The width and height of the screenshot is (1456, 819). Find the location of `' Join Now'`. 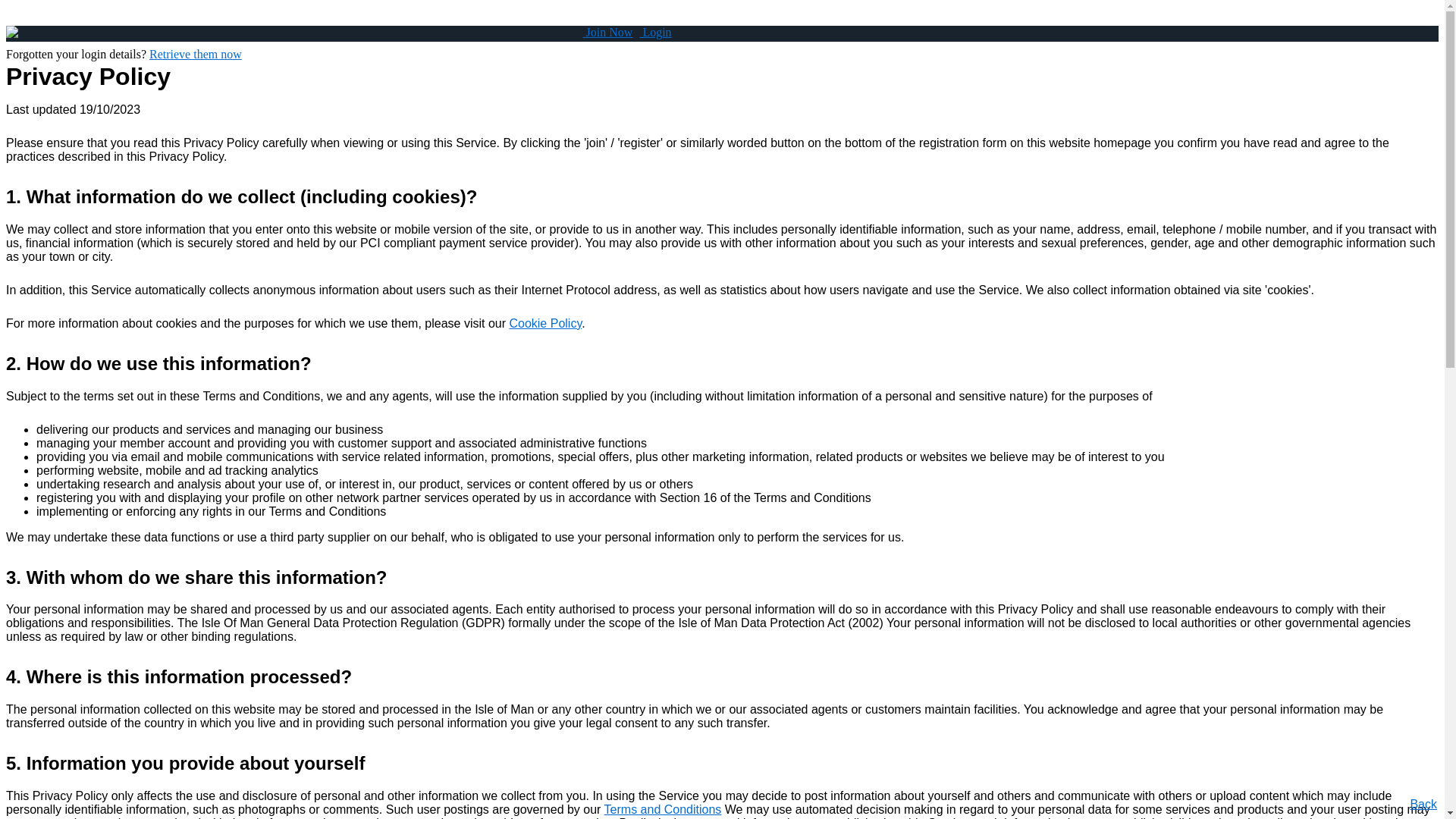

' Join Now' is located at coordinates (582, 32).